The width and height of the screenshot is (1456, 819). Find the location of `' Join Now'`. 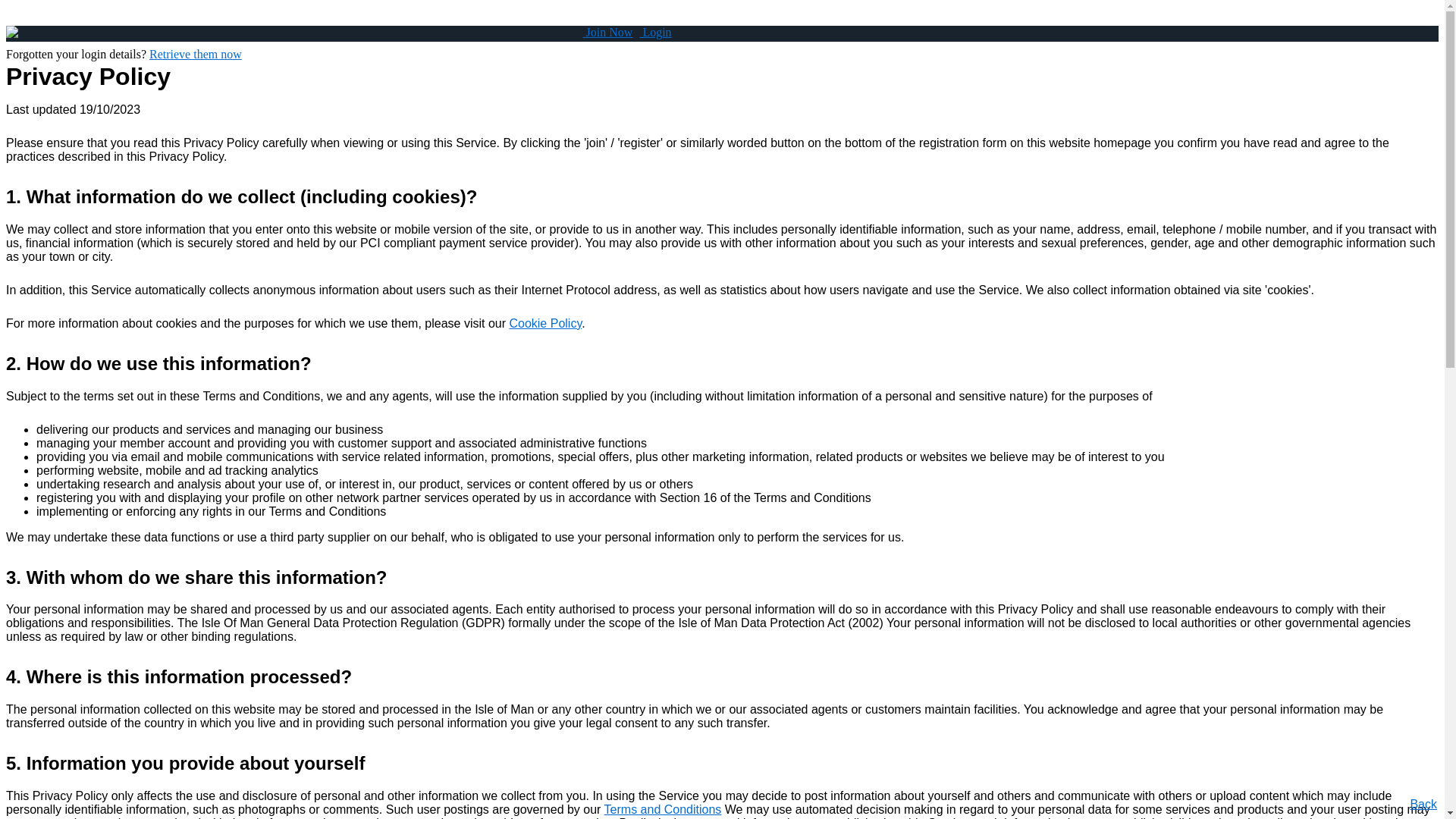

' Join Now' is located at coordinates (582, 32).